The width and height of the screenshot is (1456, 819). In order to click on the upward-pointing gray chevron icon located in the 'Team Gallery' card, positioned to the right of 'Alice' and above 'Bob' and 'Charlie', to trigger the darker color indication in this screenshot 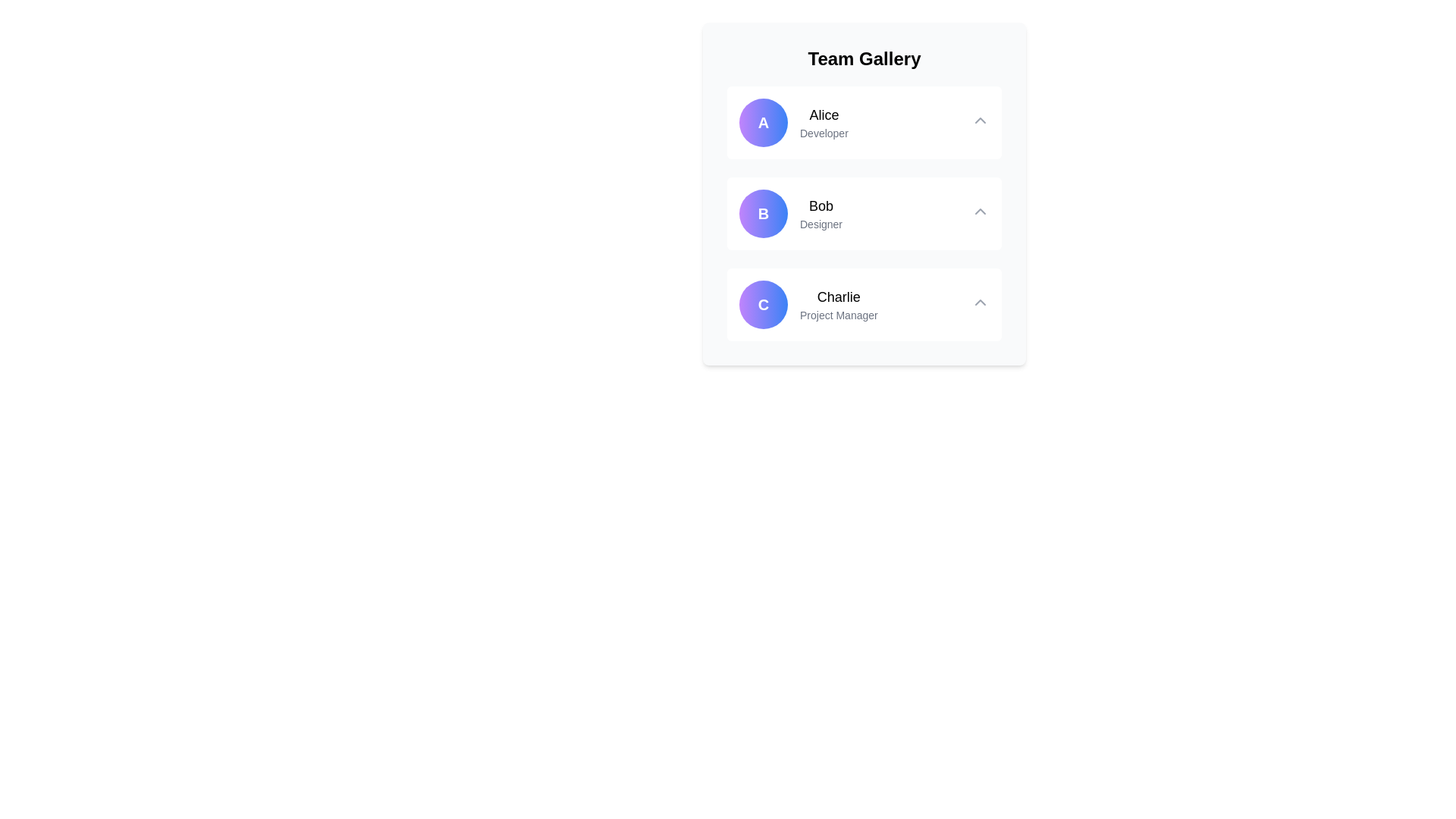, I will do `click(980, 119)`.